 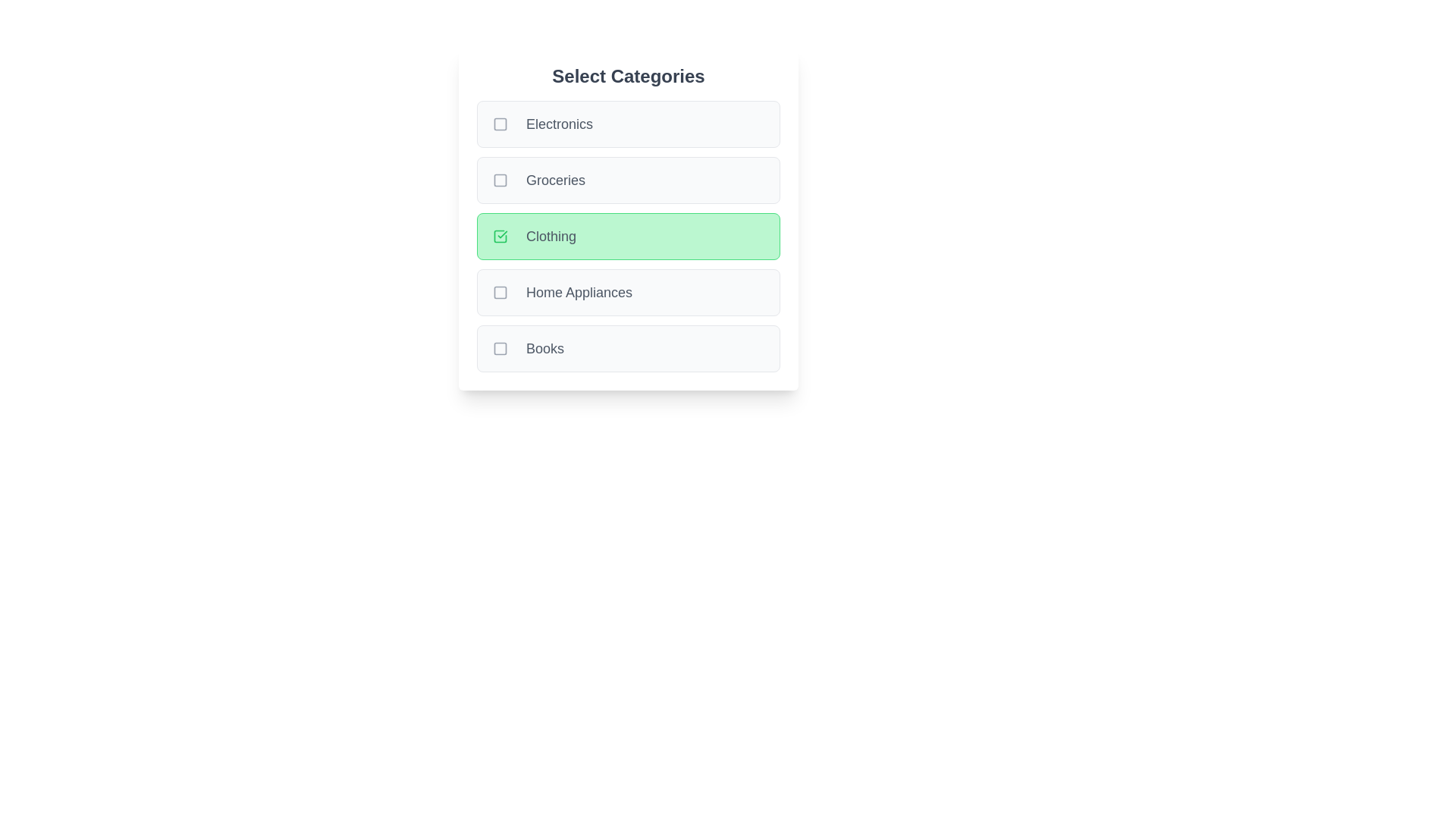 I want to click on the category Books to trigger the hover effect, so click(x=629, y=348).